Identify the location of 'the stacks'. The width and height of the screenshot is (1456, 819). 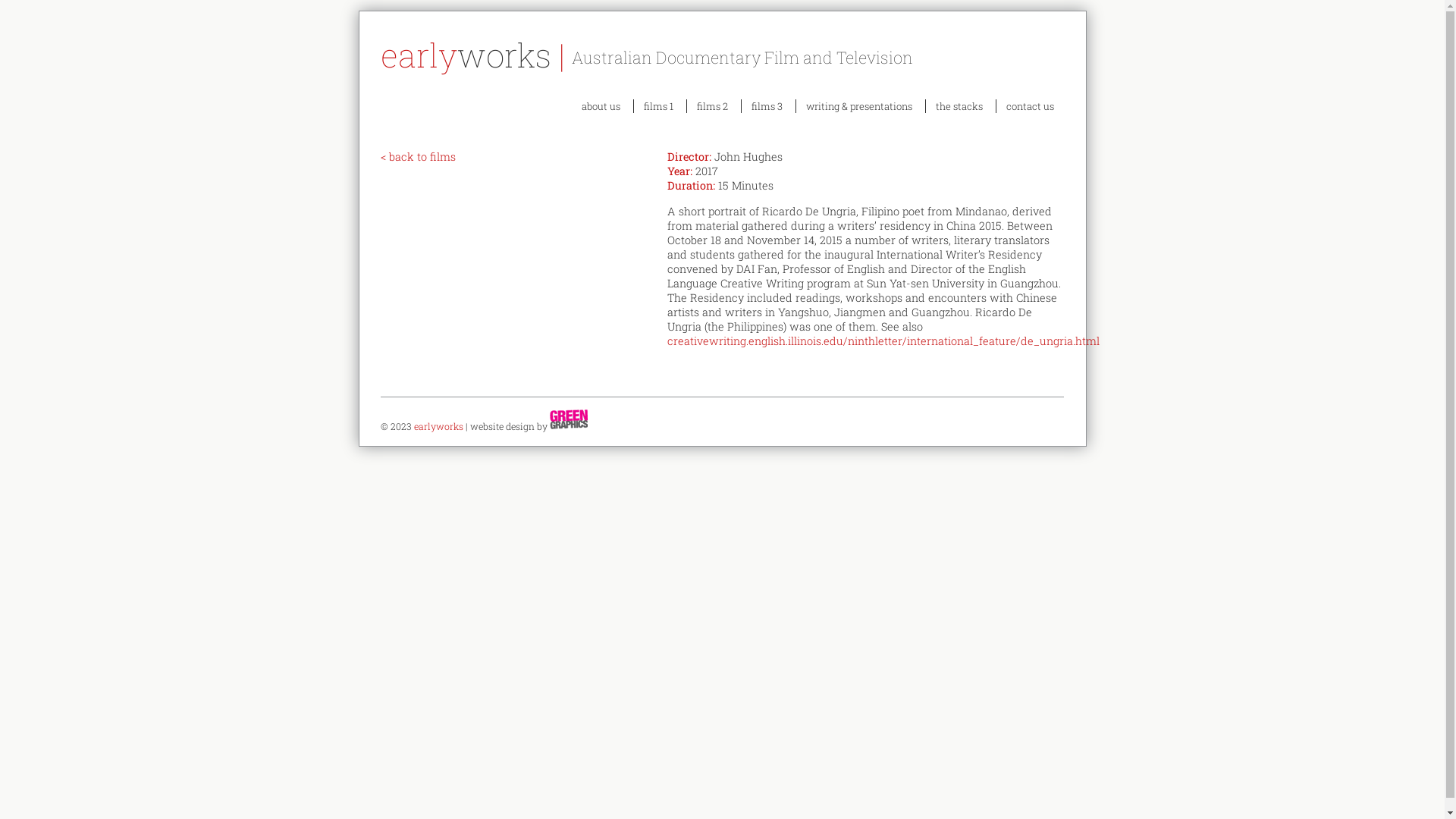
(959, 105).